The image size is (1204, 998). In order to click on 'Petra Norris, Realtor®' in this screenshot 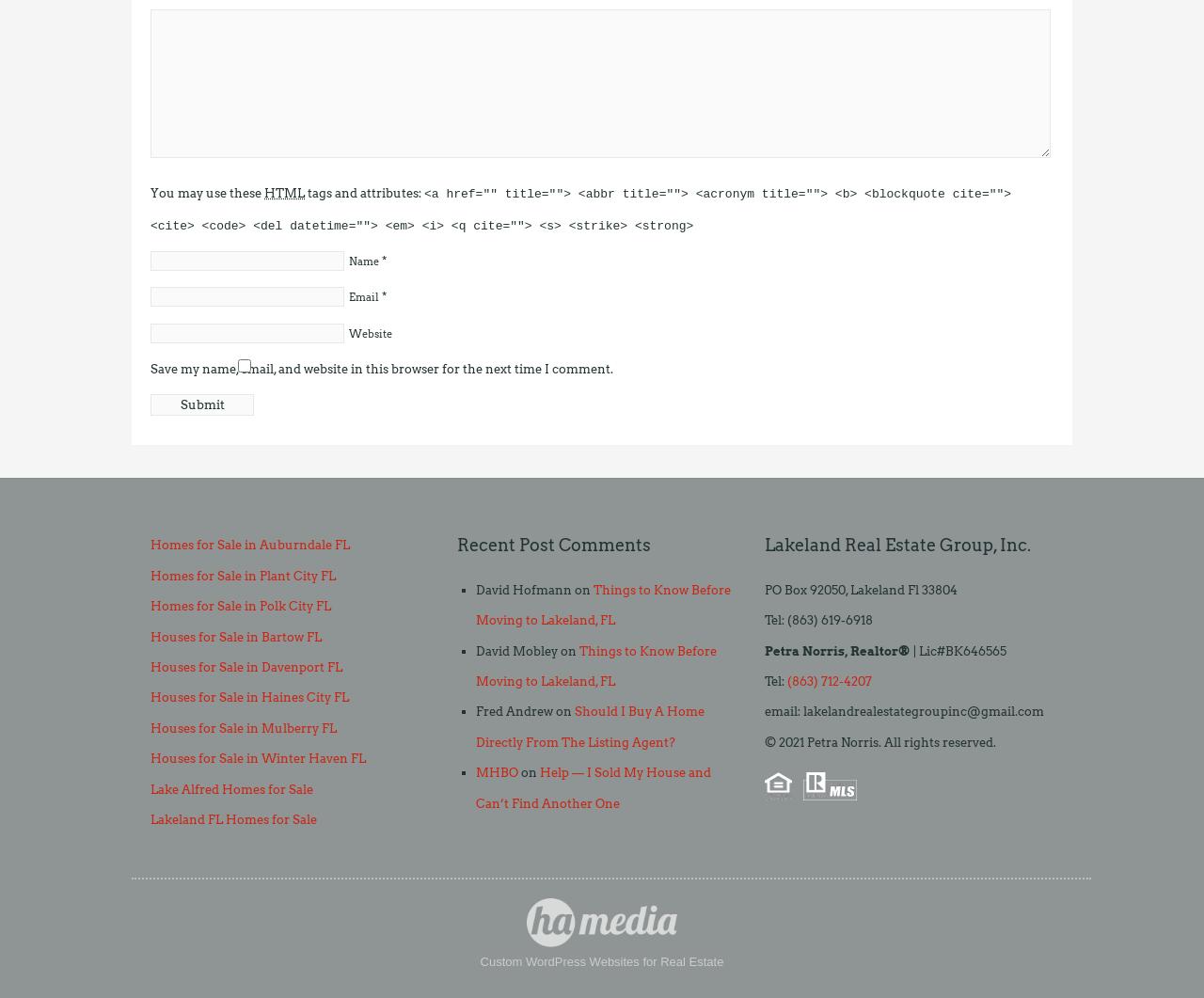, I will do `click(835, 649)`.